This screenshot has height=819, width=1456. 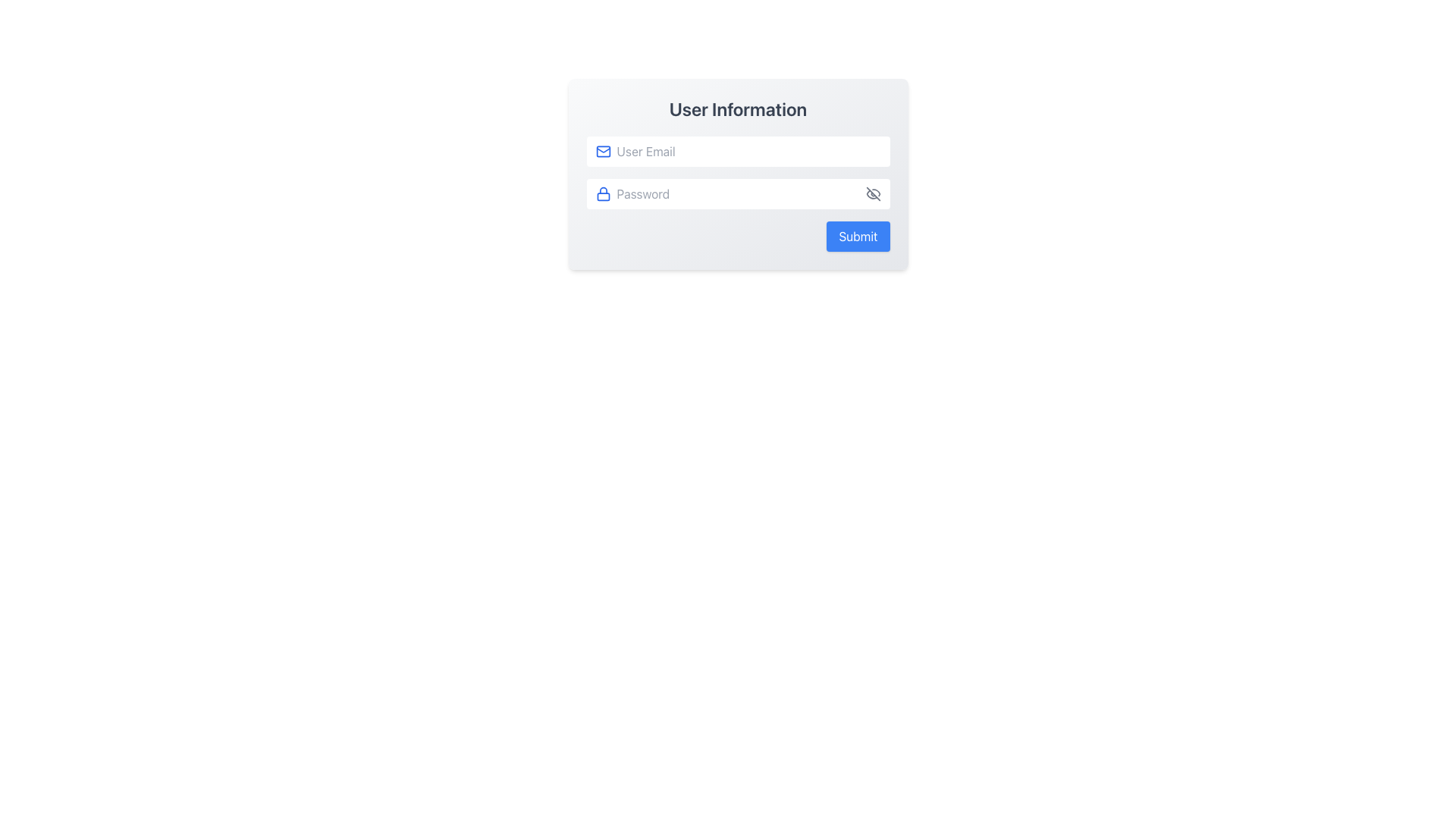 What do you see at coordinates (858, 237) in the screenshot?
I see `the submit button located at the bottom-right corner of the user input form` at bounding box center [858, 237].